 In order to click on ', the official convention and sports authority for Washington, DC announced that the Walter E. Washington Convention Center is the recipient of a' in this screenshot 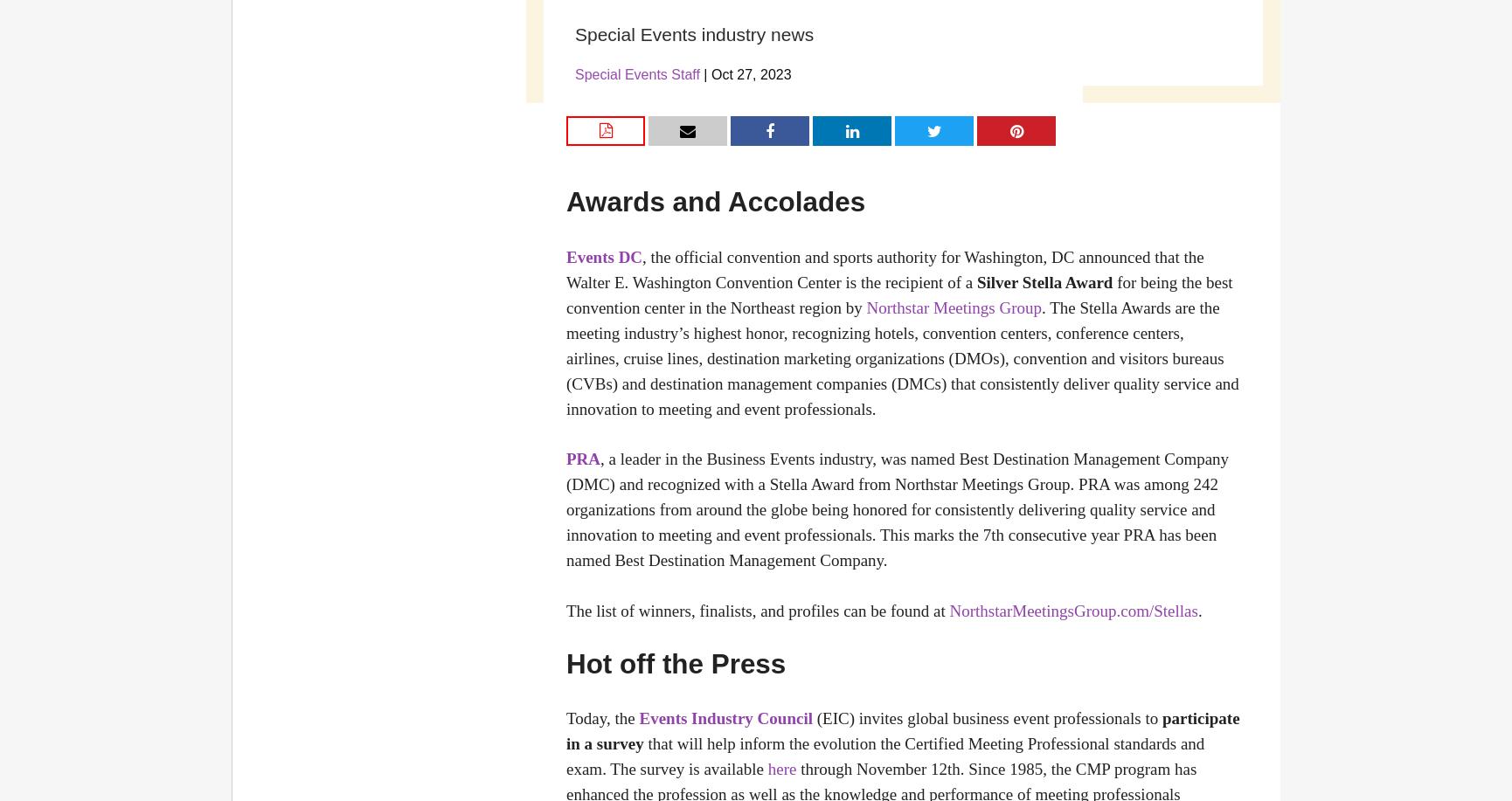, I will do `click(884, 269)`.